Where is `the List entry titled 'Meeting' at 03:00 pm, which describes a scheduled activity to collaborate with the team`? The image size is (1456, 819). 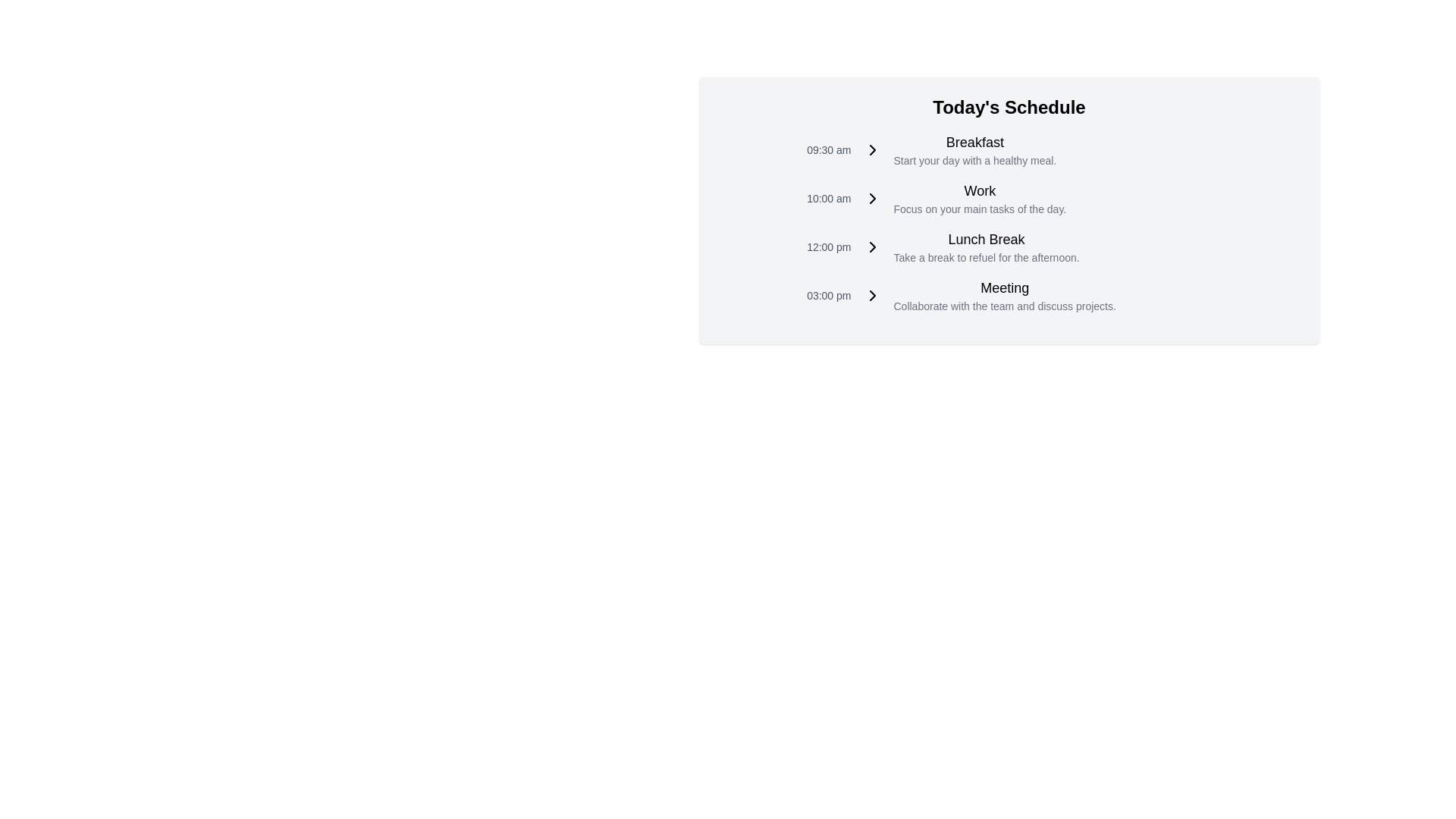
the List entry titled 'Meeting' at 03:00 pm, which describes a scheduled activity to collaborate with the team is located at coordinates (1009, 295).